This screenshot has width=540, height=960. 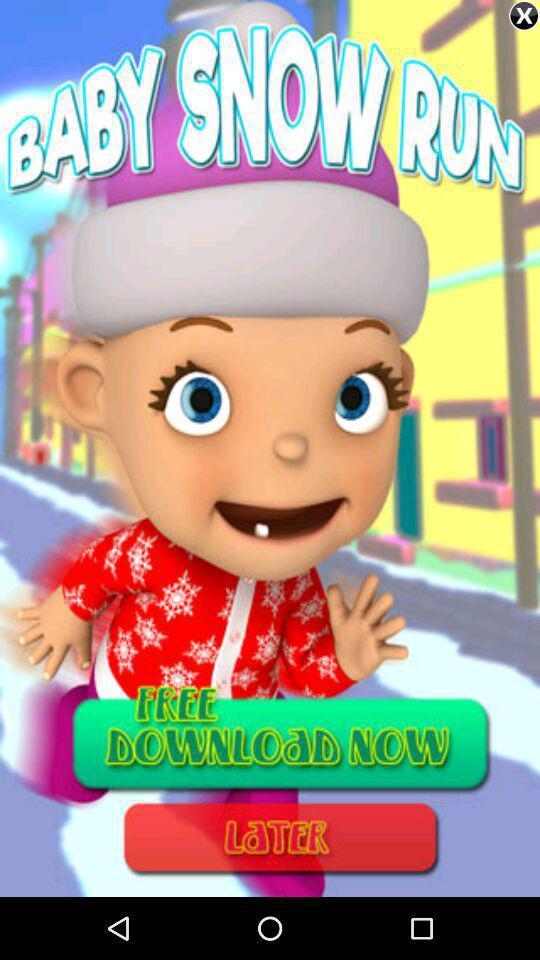 What do you see at coordinates (524, 15) in the screenshot?
I see `the close icon` at bounding box center [524, 15].